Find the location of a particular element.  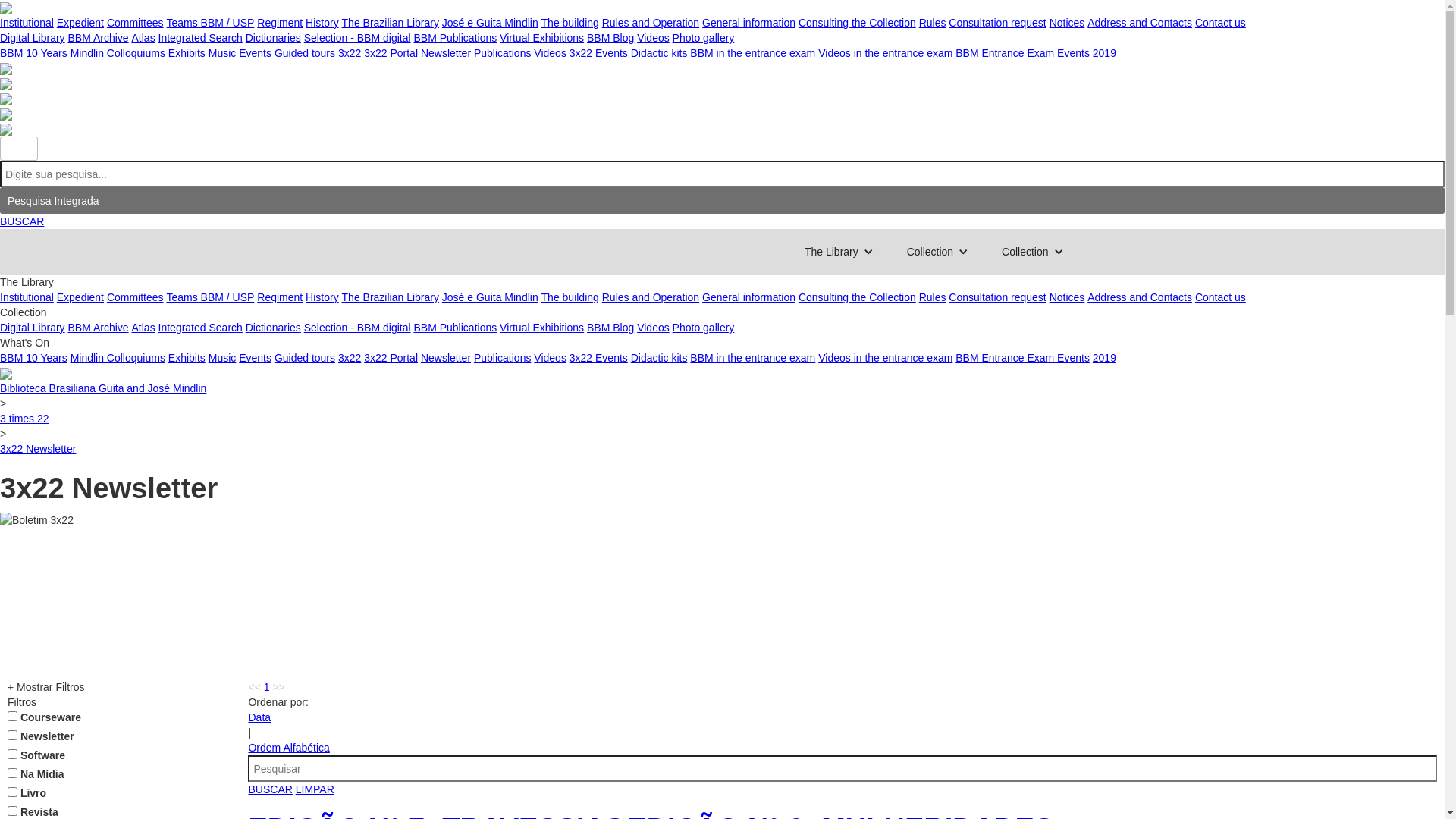

'>>' is located at coordinates (278, 687).